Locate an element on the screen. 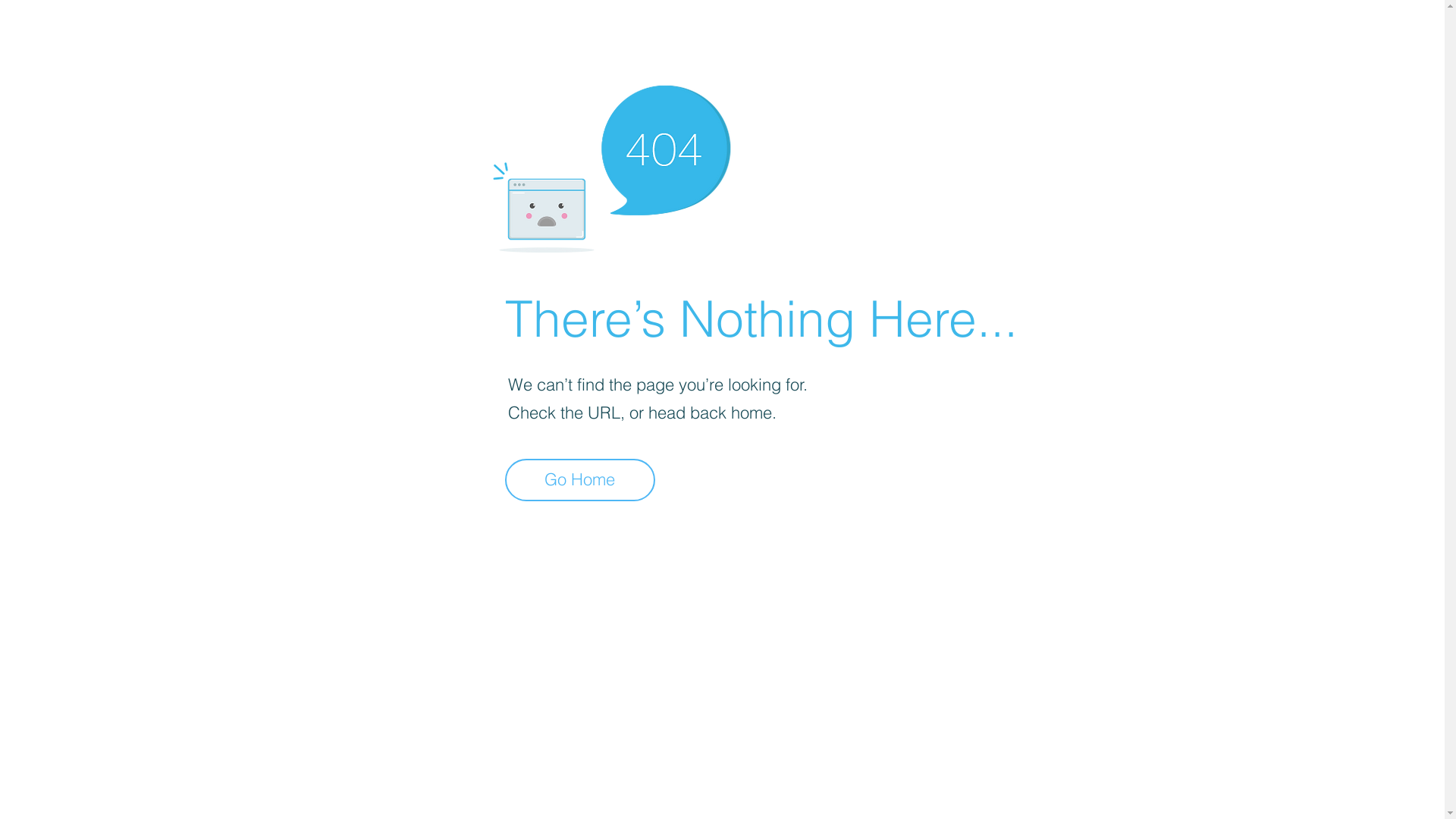  'Go Home' is located at coordinates (579, 479).